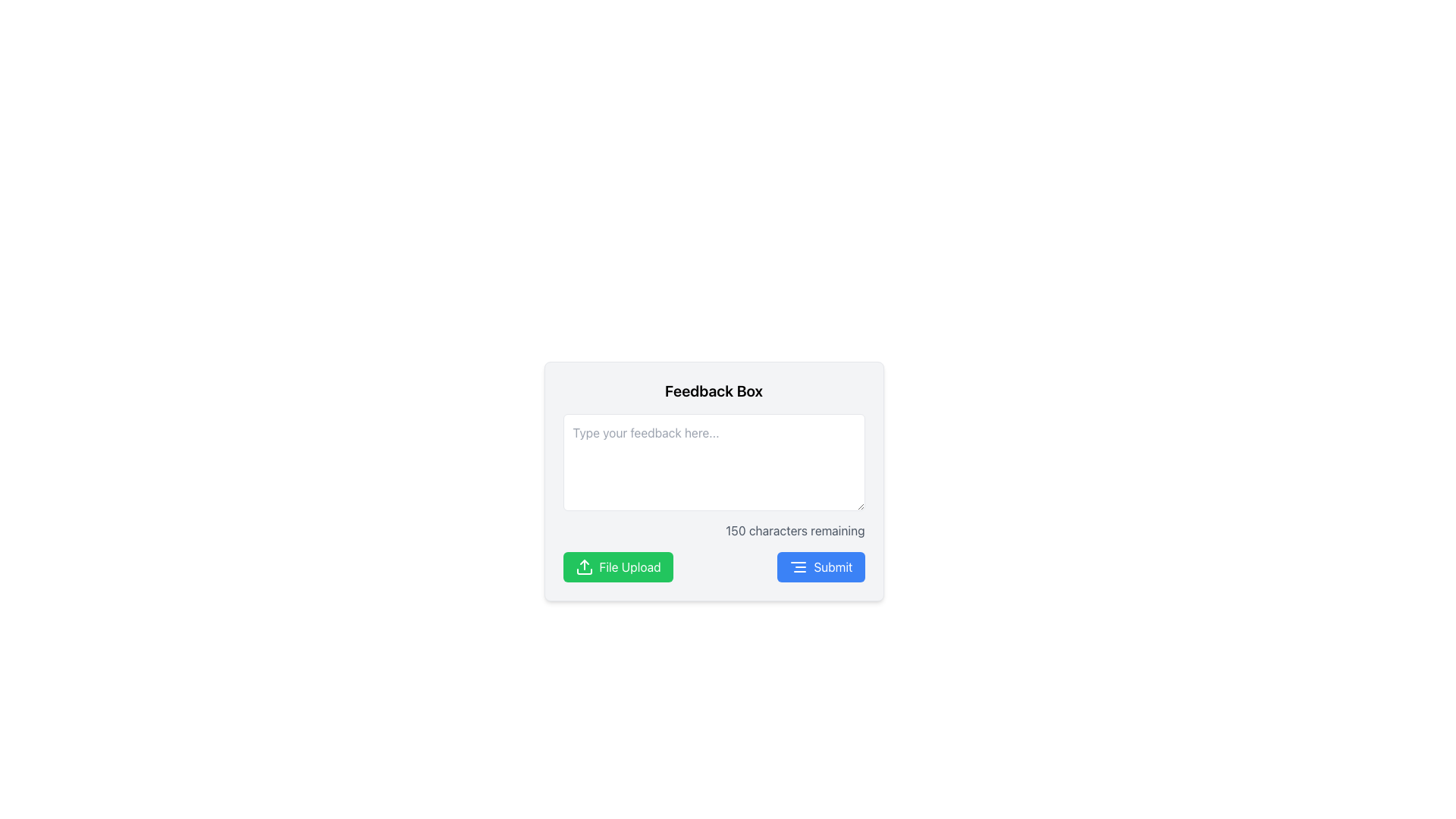 This screenshot has height=819, width=1456. What do you see at coordinates (583, 567) in the screenshot?
I see `the icon representing the file upload action, which is located to the left of the text label inside the 'File Upload' button at the bottom-left corner of the feedback box section` at bounding box center [583, 567].